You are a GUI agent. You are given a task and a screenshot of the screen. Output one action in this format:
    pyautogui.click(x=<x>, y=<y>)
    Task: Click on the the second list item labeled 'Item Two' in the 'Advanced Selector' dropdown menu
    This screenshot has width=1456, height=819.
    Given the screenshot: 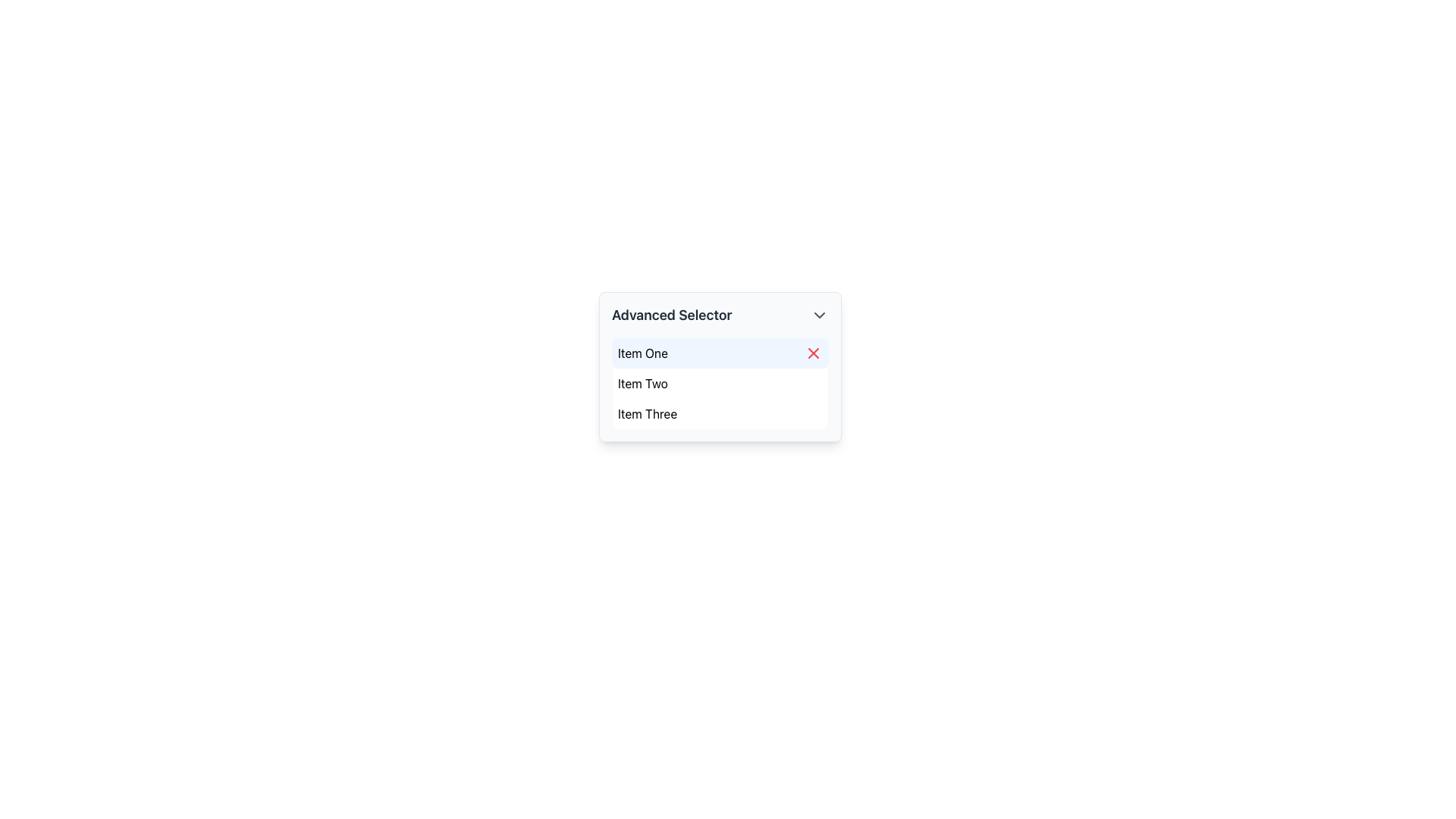 What is the action you would take?
    pyautogui.click(x=720, y=382)
    